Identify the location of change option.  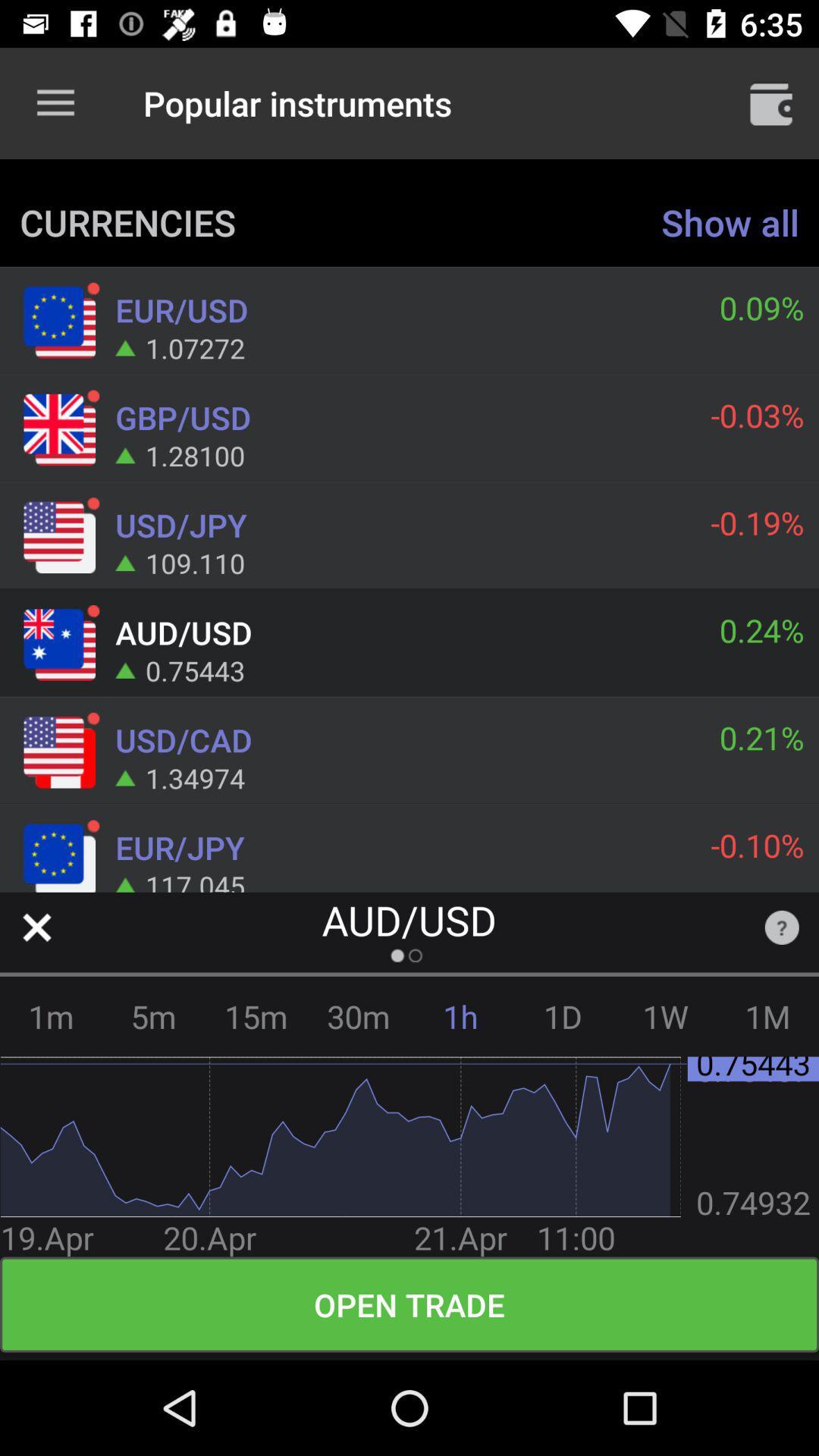
(36, 927).